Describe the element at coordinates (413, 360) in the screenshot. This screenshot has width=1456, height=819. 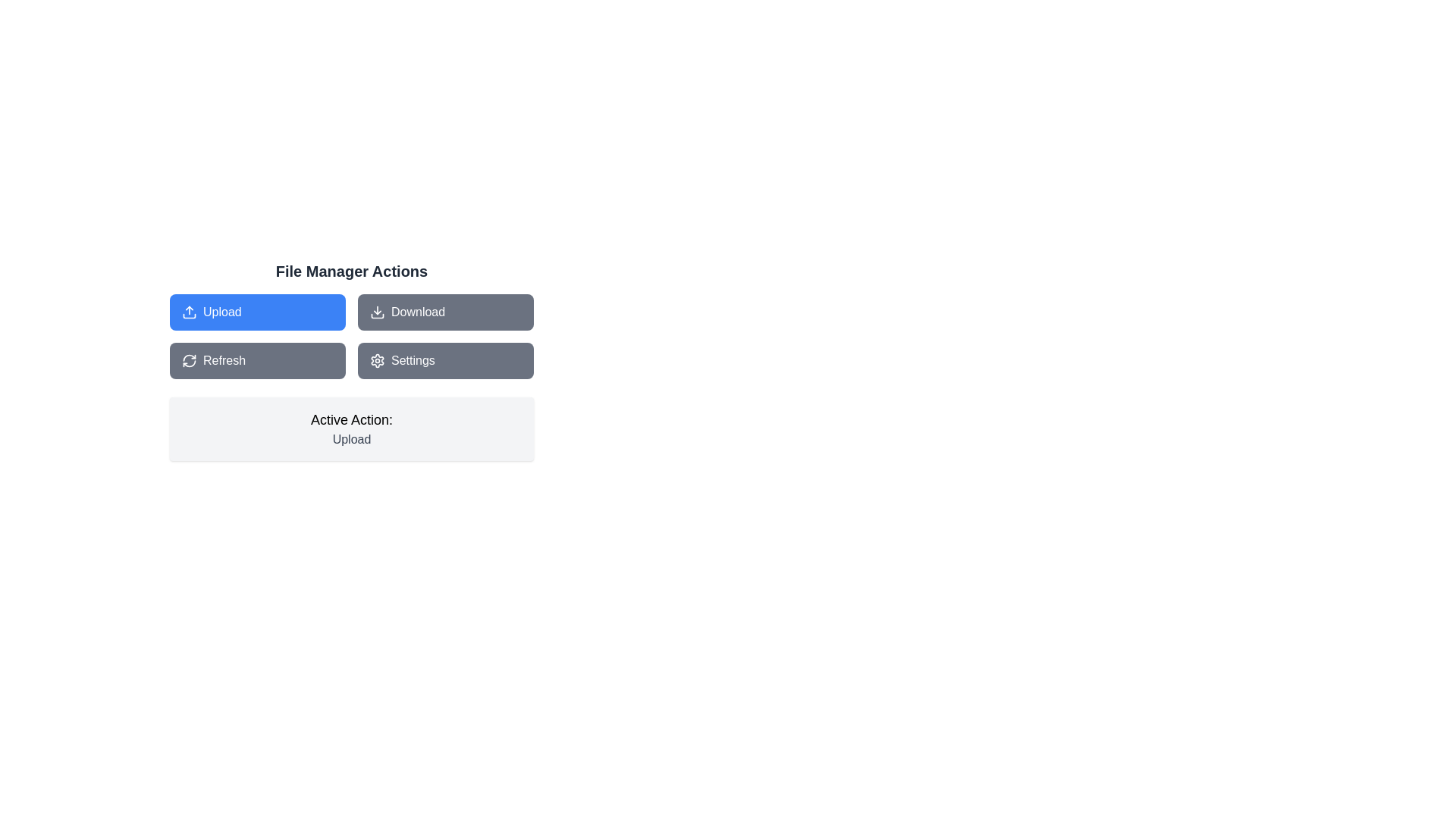
I see `the 'Settings' button` at that location.